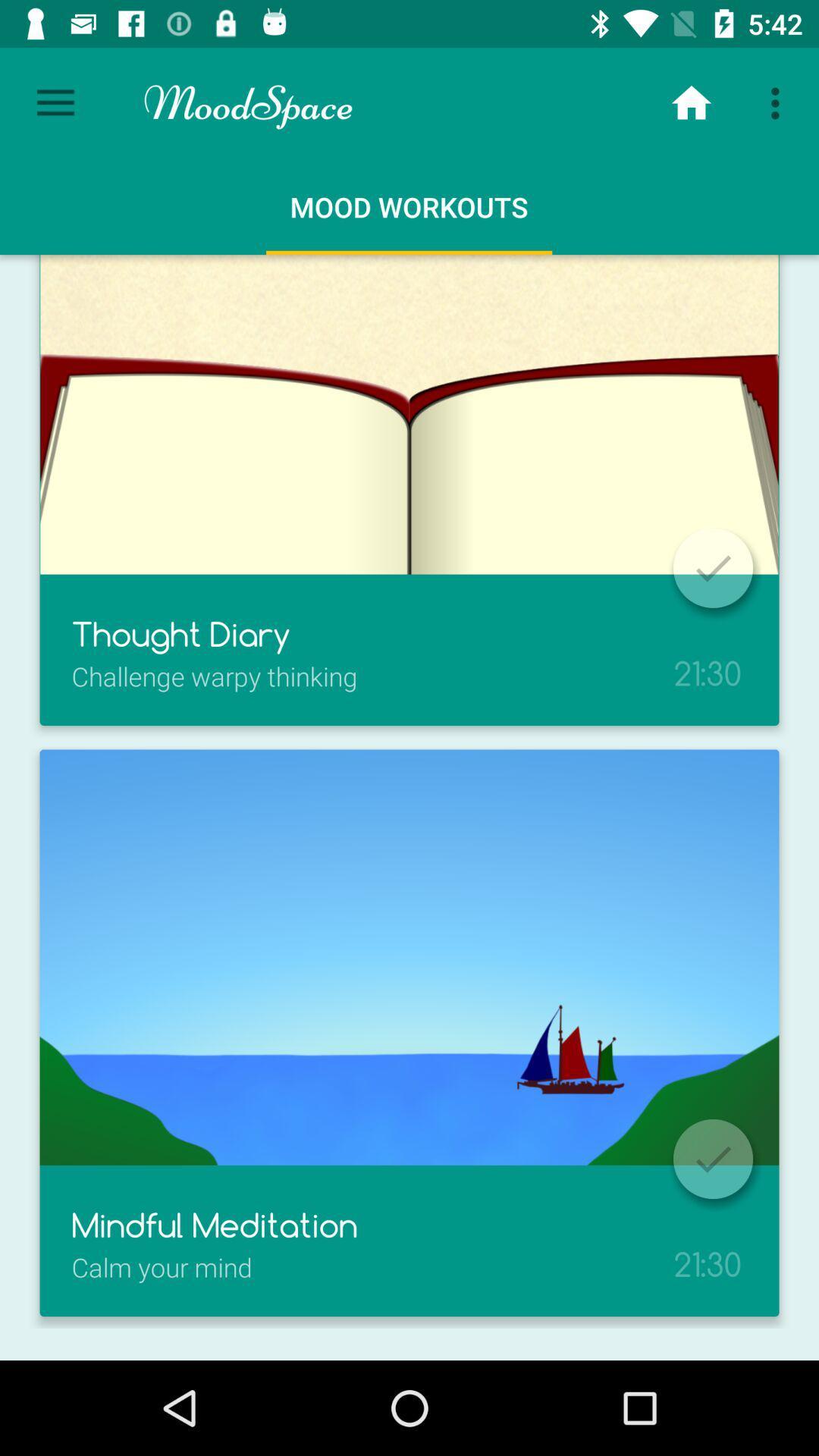 Image resolution: width=819 pixels, height=1456 pixels. What do you see at coordinates (409, 1032) in the screenshot?
I see `the second option under mood workouts` at bounding box center [409, 1032].